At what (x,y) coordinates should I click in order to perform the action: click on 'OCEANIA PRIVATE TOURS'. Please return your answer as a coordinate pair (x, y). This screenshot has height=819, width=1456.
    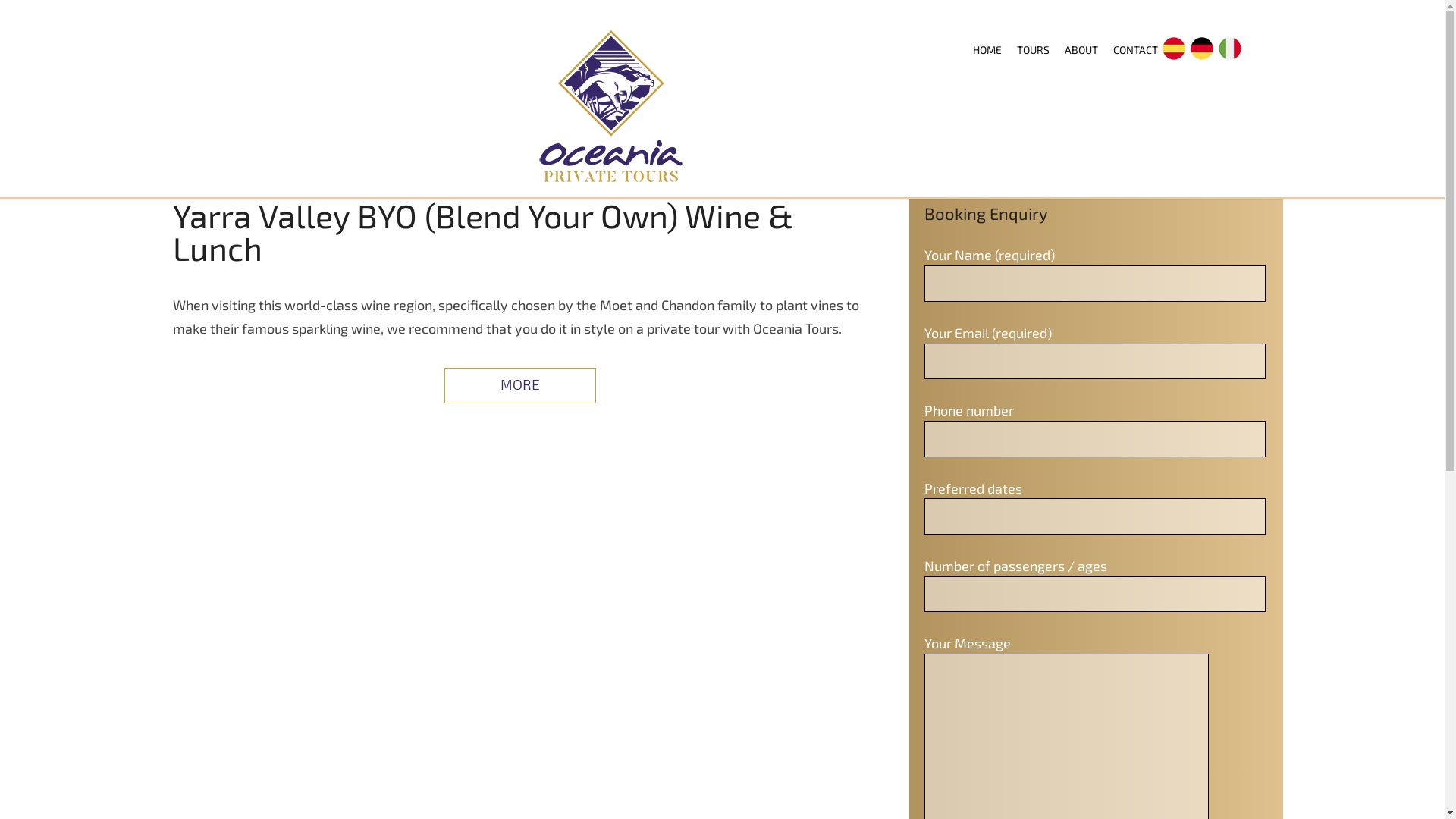
    Looking at the image, I should click on (611, 105).